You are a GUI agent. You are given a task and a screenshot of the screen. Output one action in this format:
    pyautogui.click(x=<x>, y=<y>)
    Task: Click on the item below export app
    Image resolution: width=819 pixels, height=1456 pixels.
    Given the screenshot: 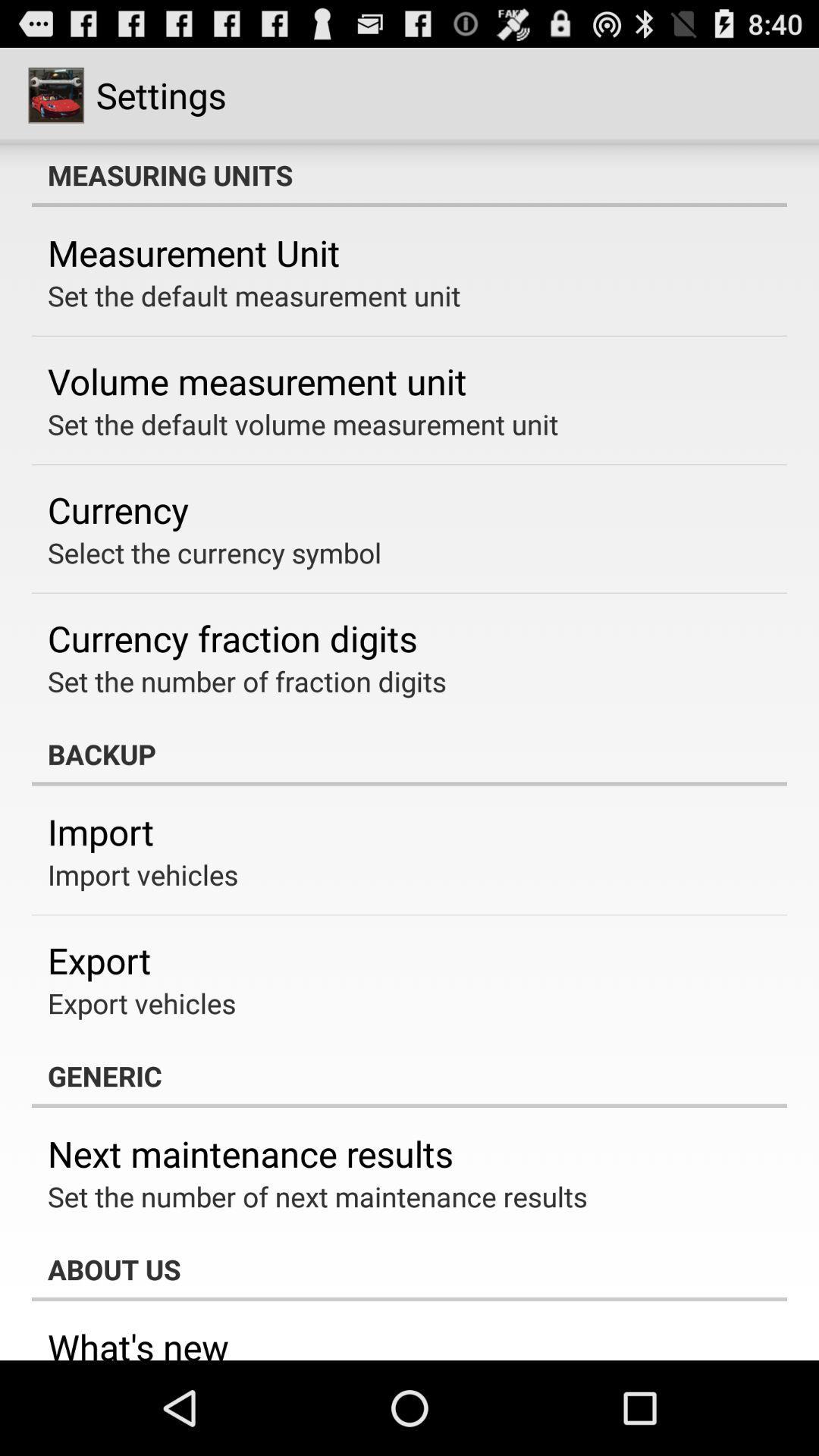 What is the action you would take?
    pyautogui.click(x=142, y=1003)
    